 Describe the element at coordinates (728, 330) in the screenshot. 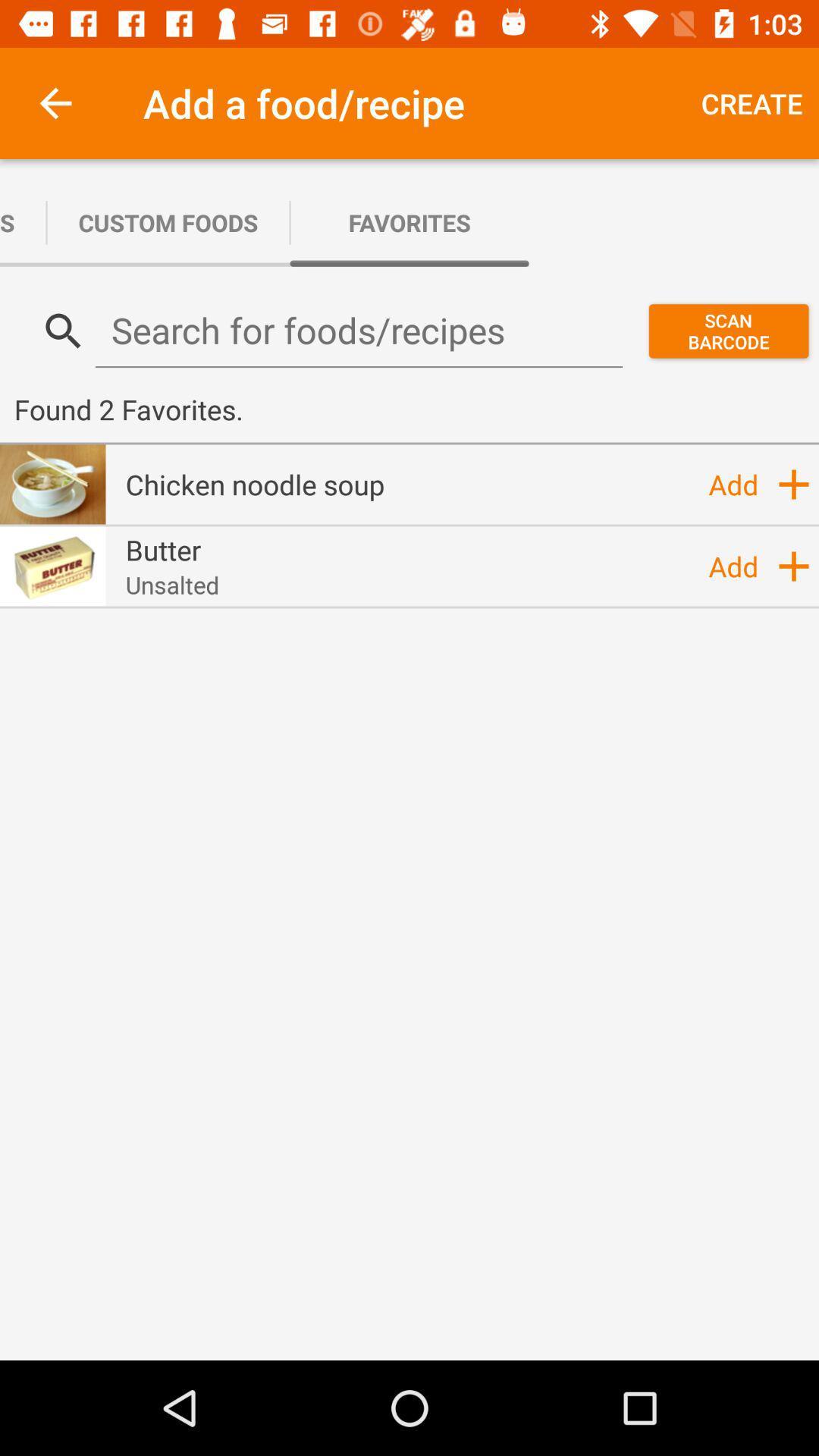

I see `scan` at that location.